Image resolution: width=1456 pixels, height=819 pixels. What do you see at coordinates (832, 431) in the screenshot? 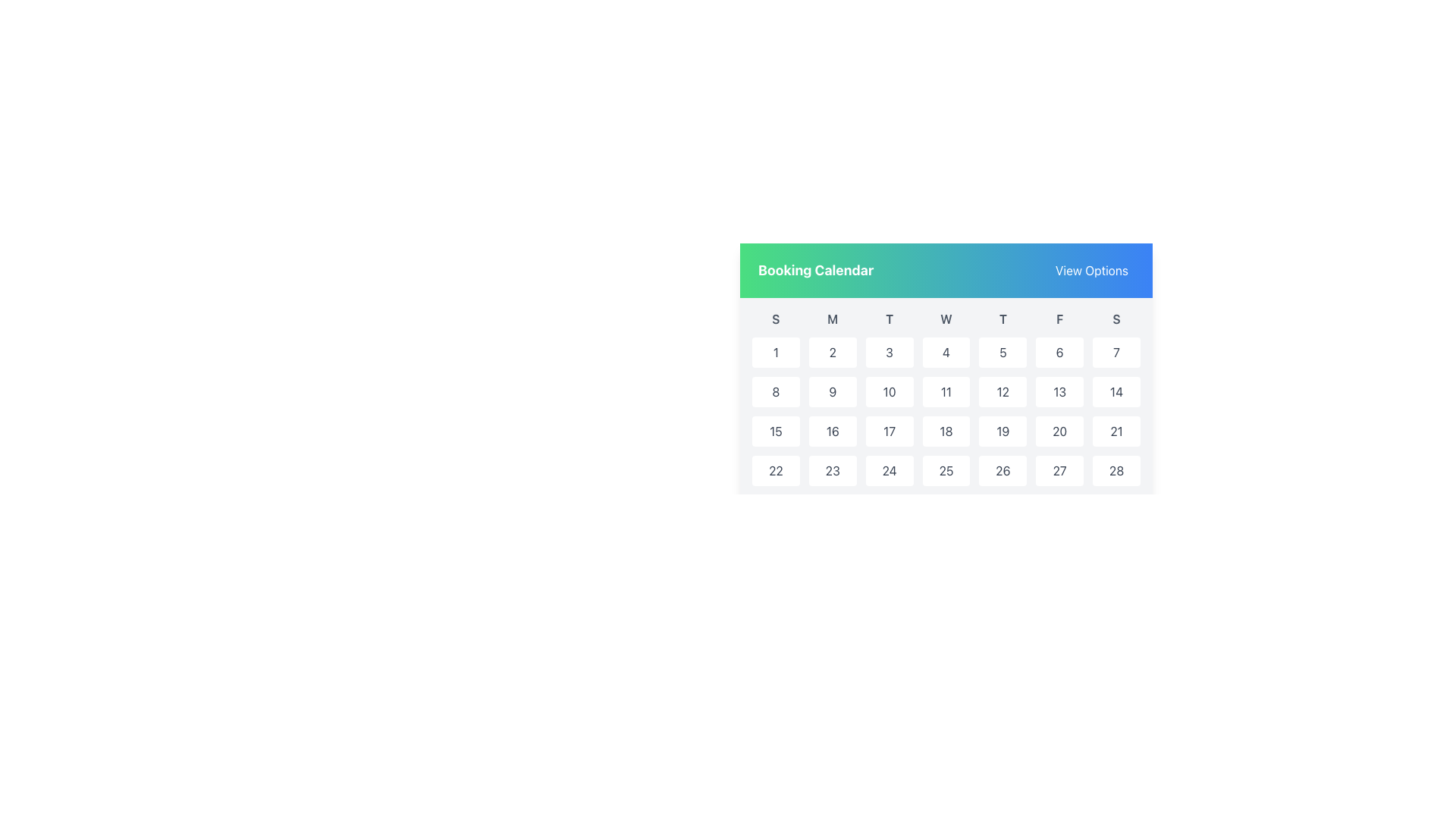
I see `the calendar date cell representing '16'` at bounding box center [832, 431].